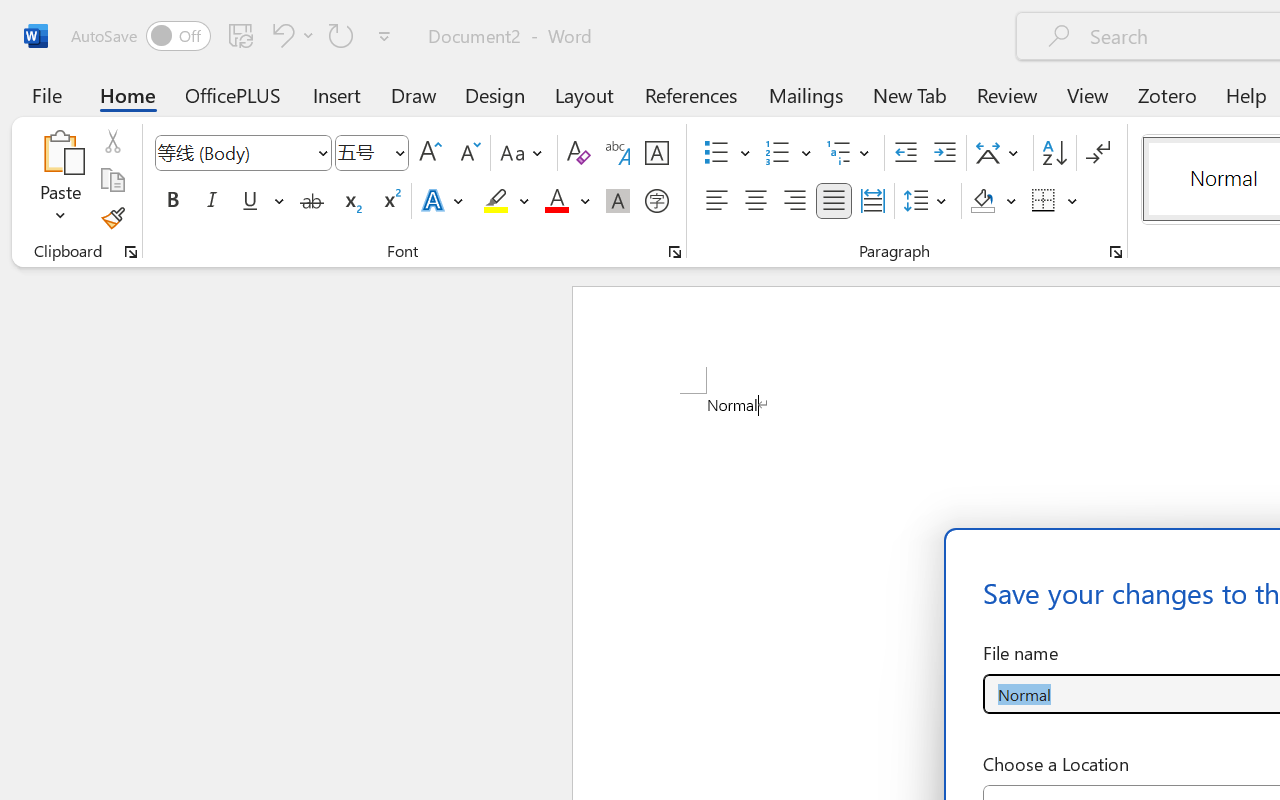 This screenshot has width=1280, height=800. What do you see at coordinates (337, 94) in the screenshot?
I see `'Insert'` at bounding box center [337, 94].